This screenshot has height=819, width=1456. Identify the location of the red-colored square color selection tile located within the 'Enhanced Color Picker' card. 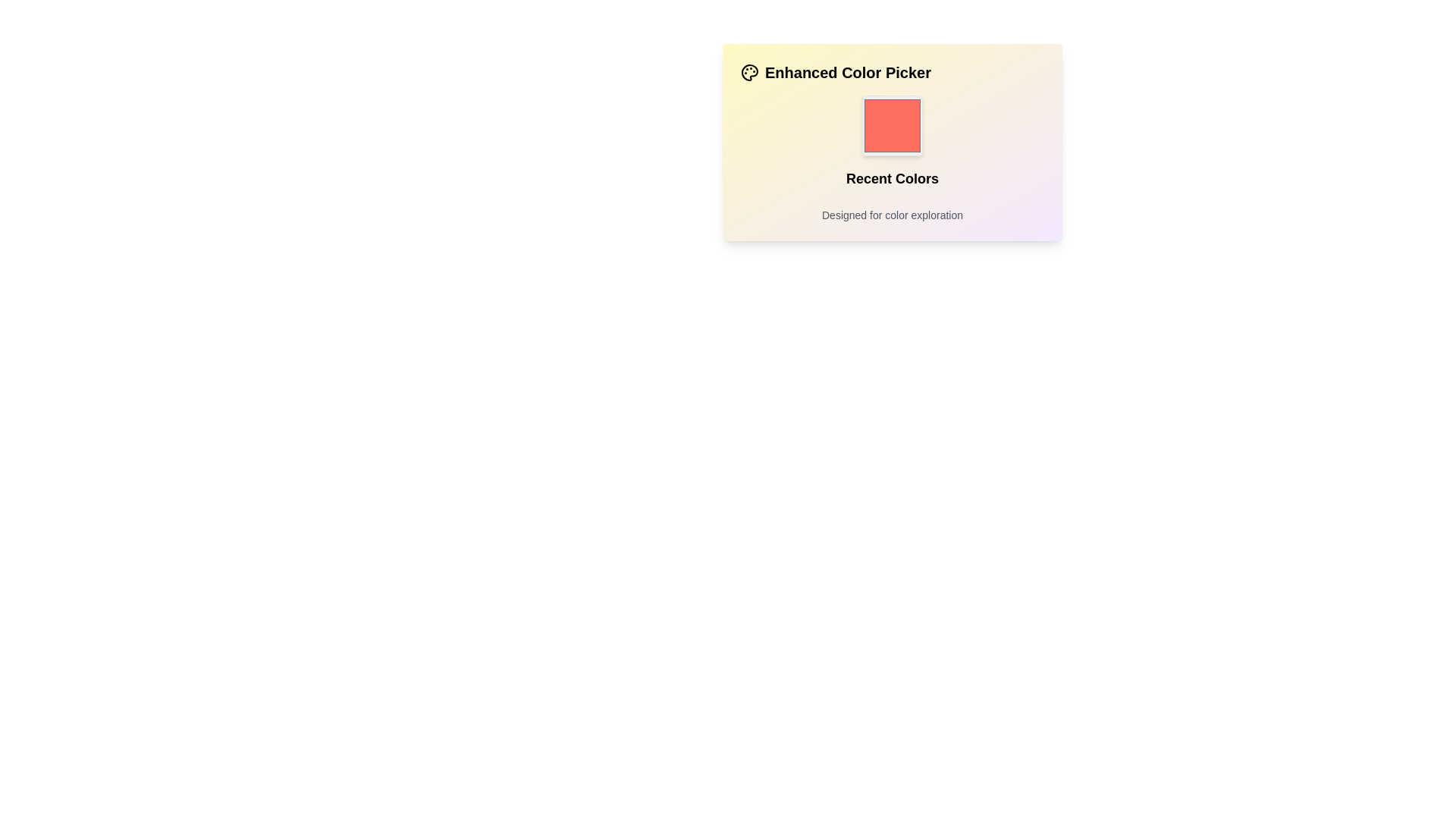
(892, 124).